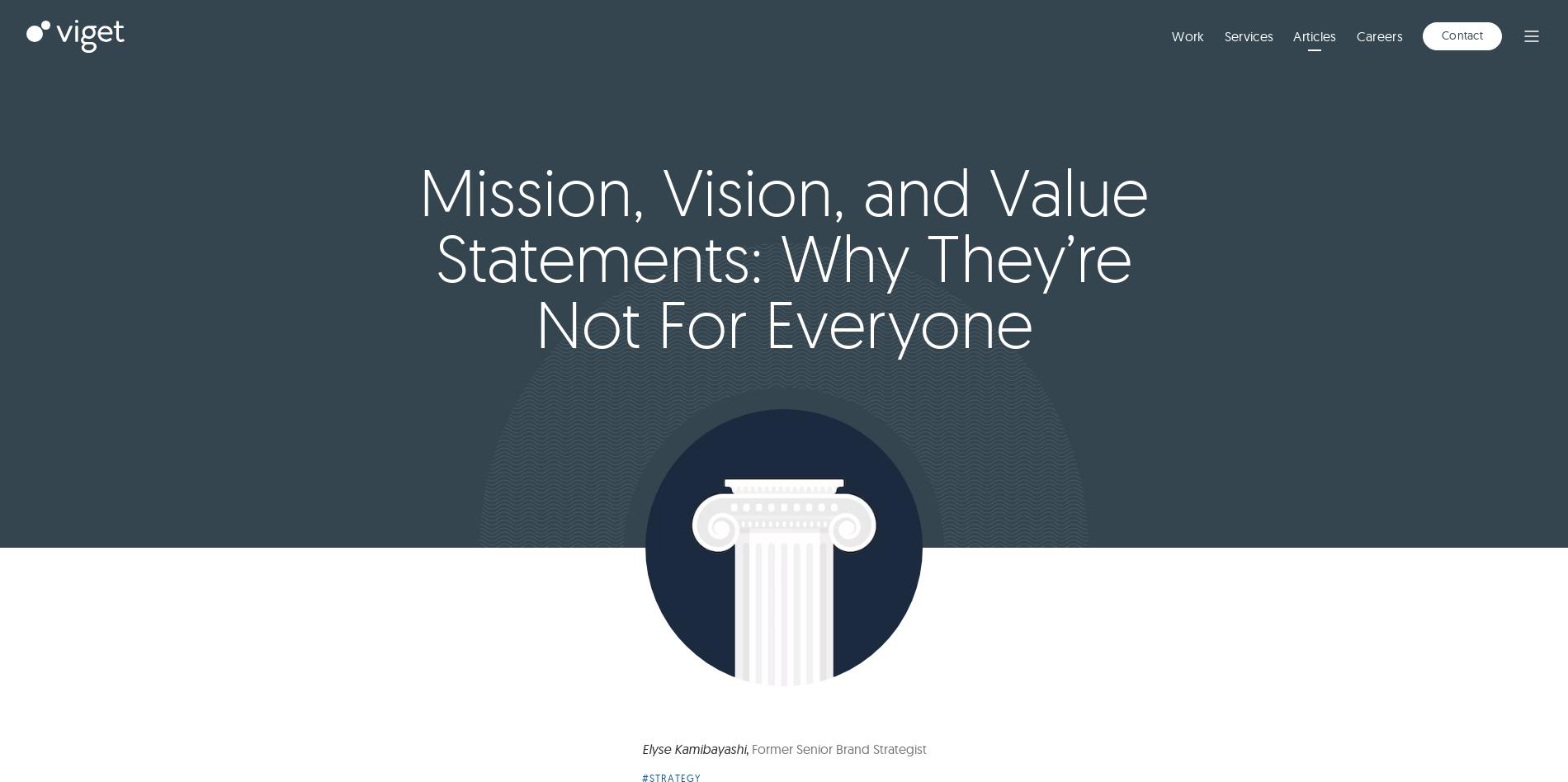 The image size is (1568, 782). Describe the element at coordinates (774, 295) in the screenshot. I see `'don’t drum up the people'` at that location.